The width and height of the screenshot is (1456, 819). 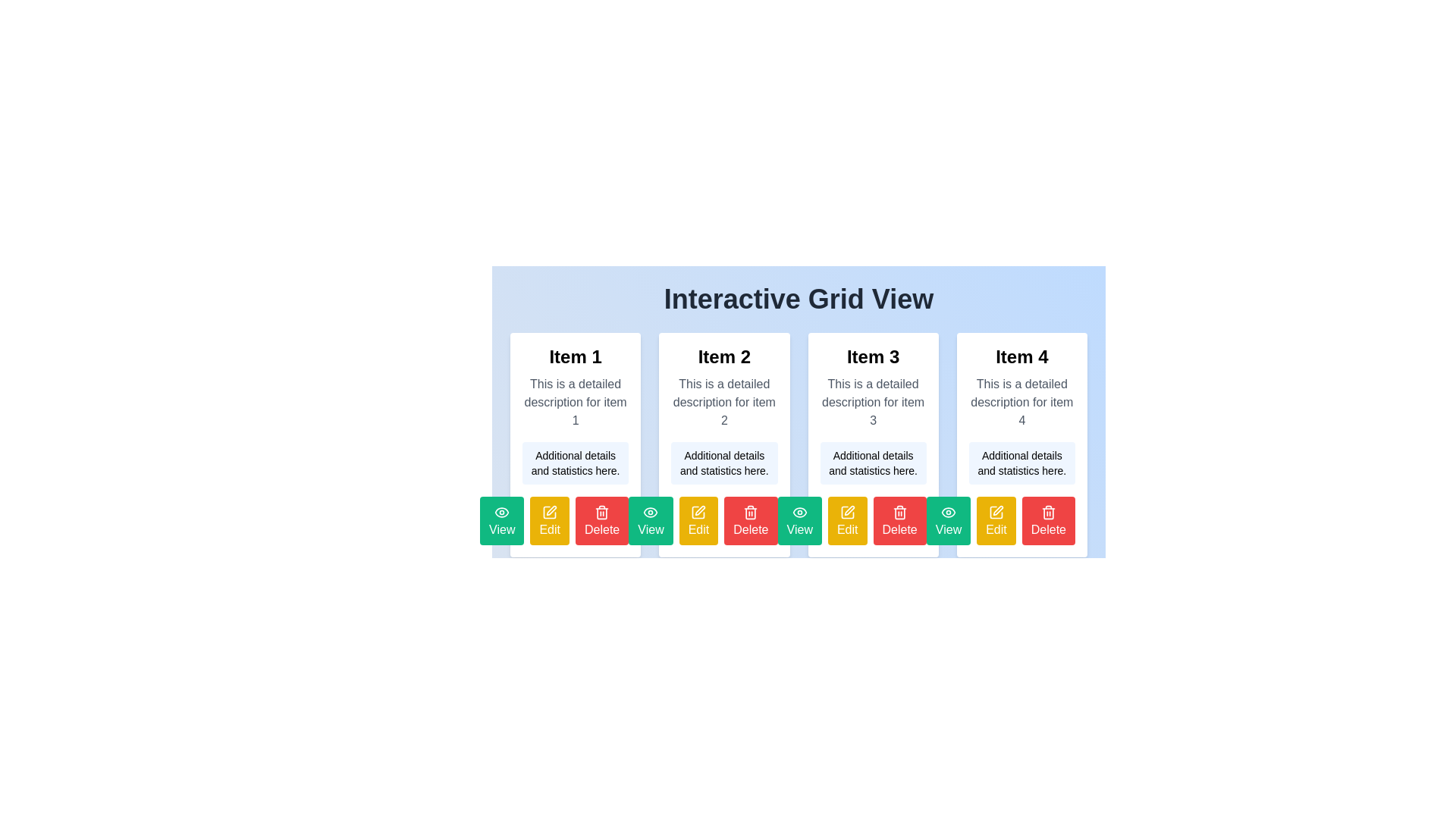 I want to click on the 'View' button located at the bottom of the card for 'Item 3', so click(x=799, y=519).